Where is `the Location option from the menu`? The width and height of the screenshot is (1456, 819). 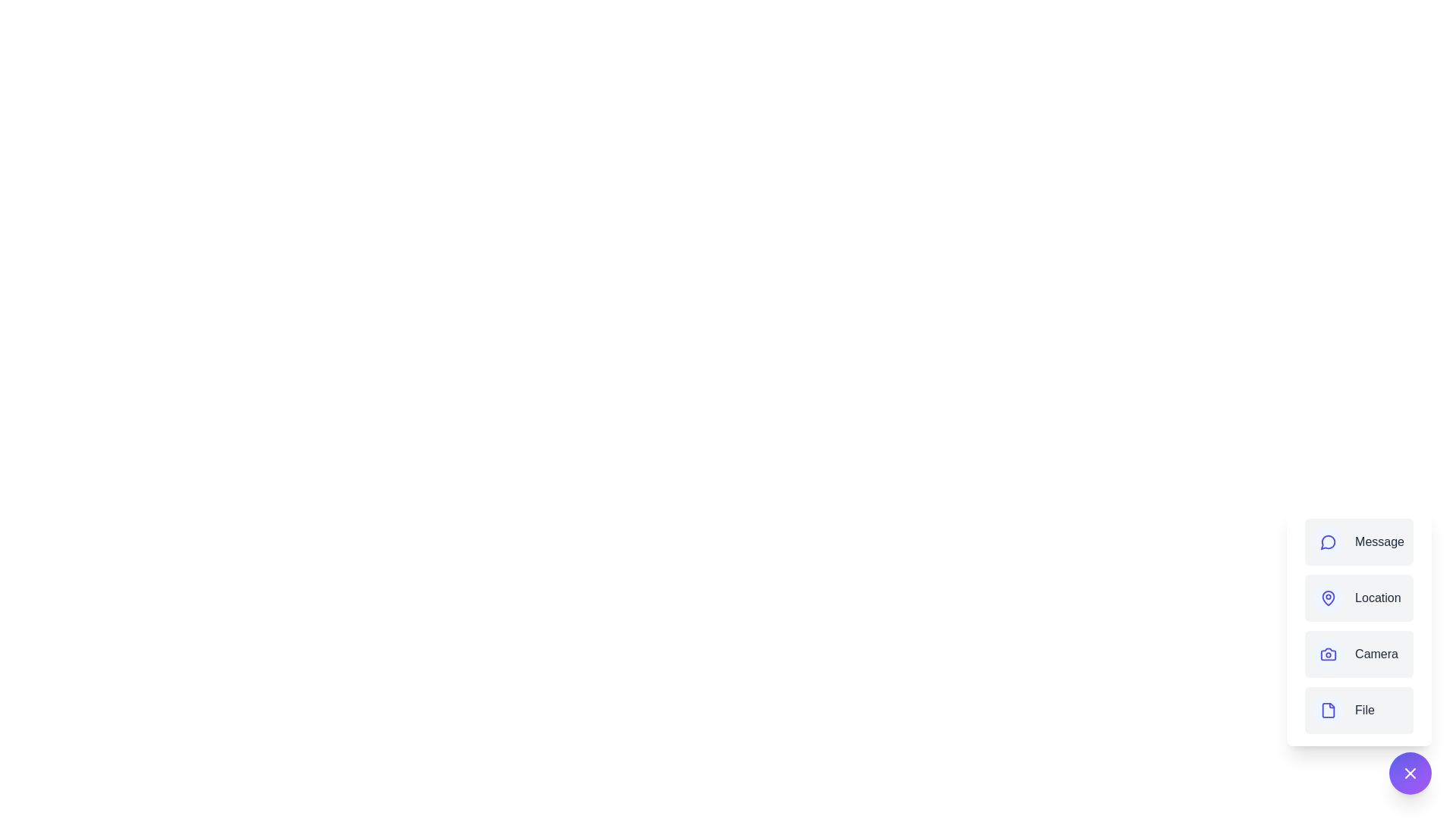
the Location option from the menu is located at coordinates (1358, 598).